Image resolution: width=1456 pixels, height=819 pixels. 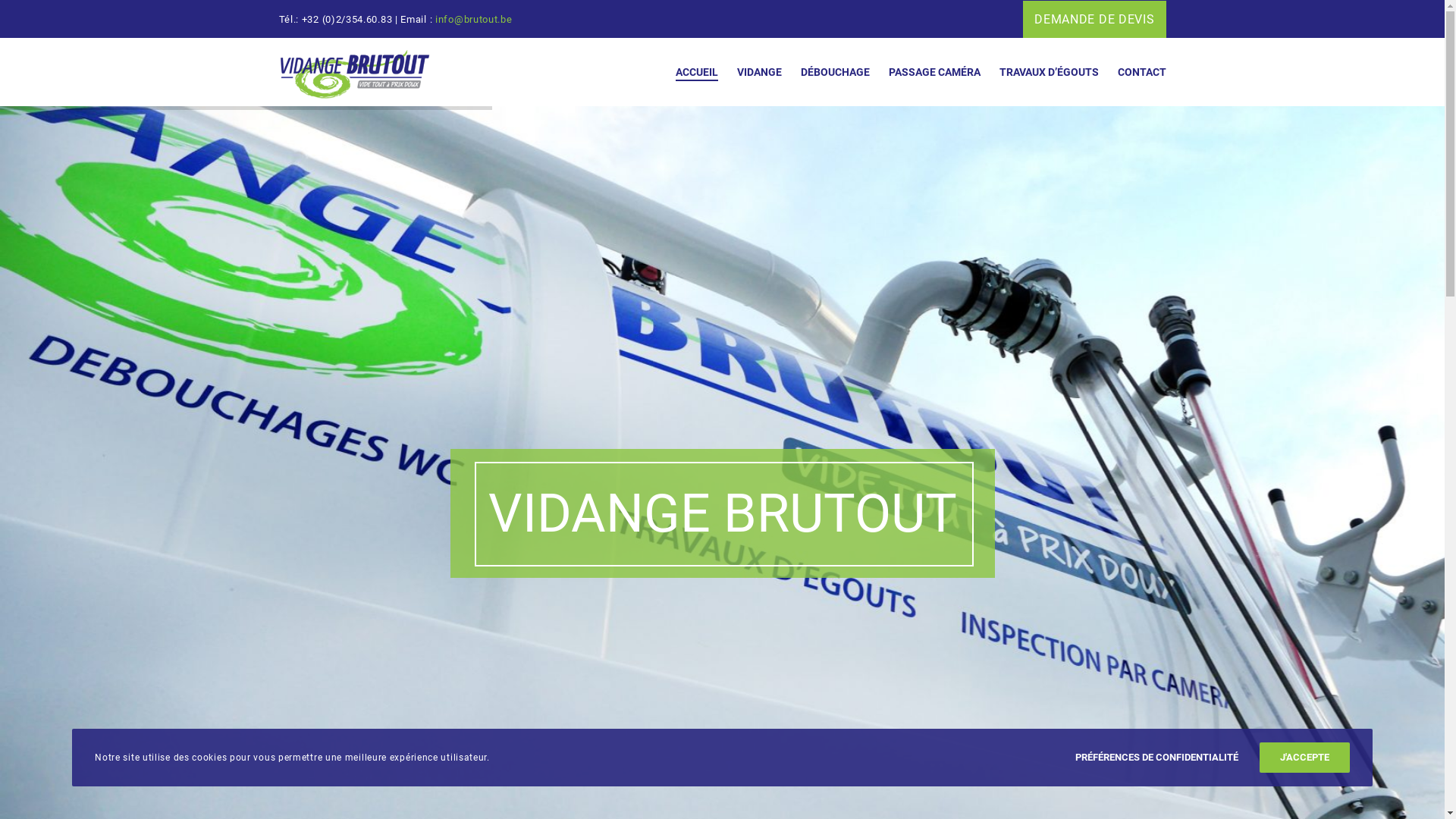 What do you see at coordinates (1259, 758) in the screenshot?
I see `'J'ACCEPTE'` at bounding box center [1259, 758].